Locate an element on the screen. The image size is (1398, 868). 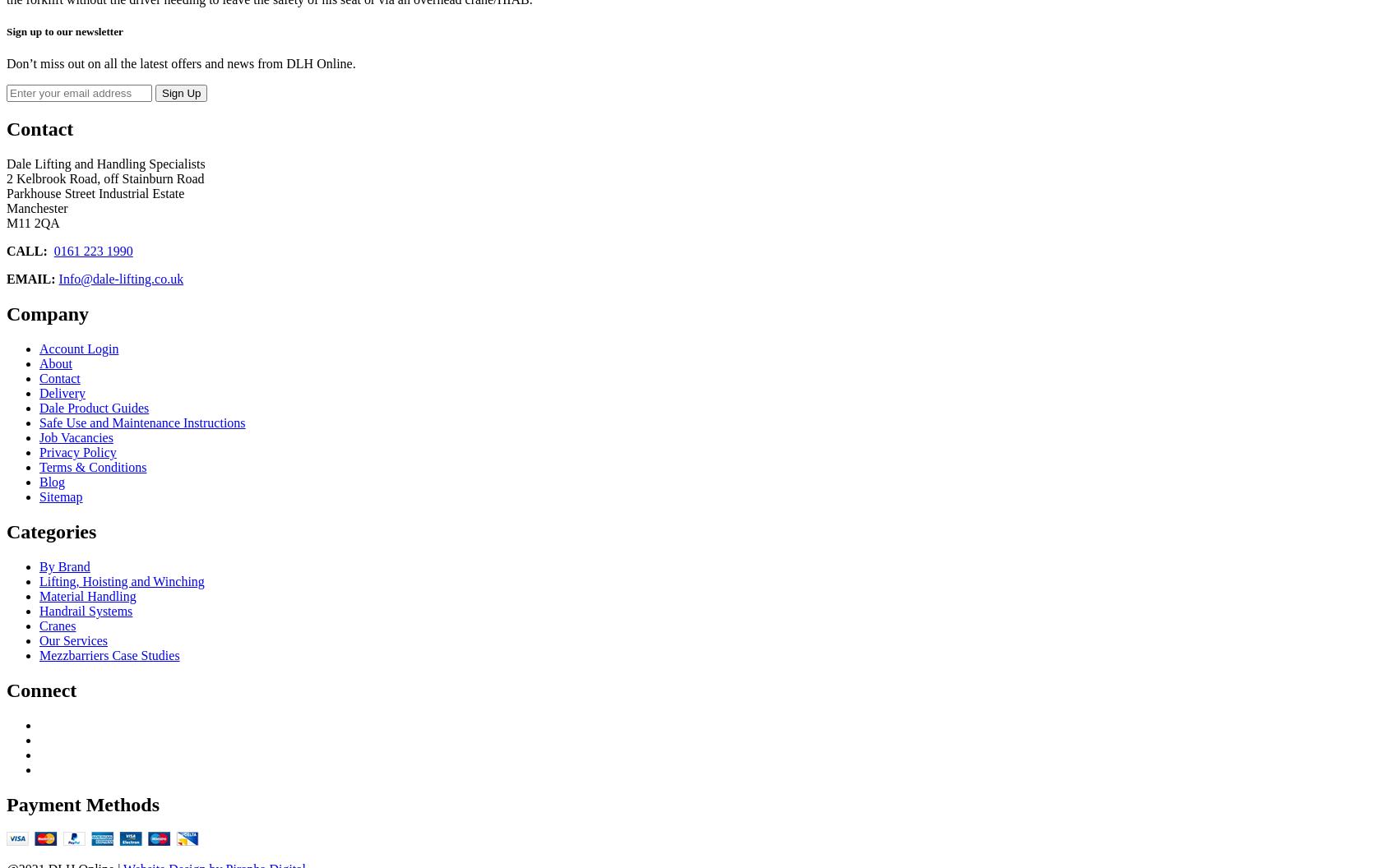
'Blog' is located at coordinates (52, 482).